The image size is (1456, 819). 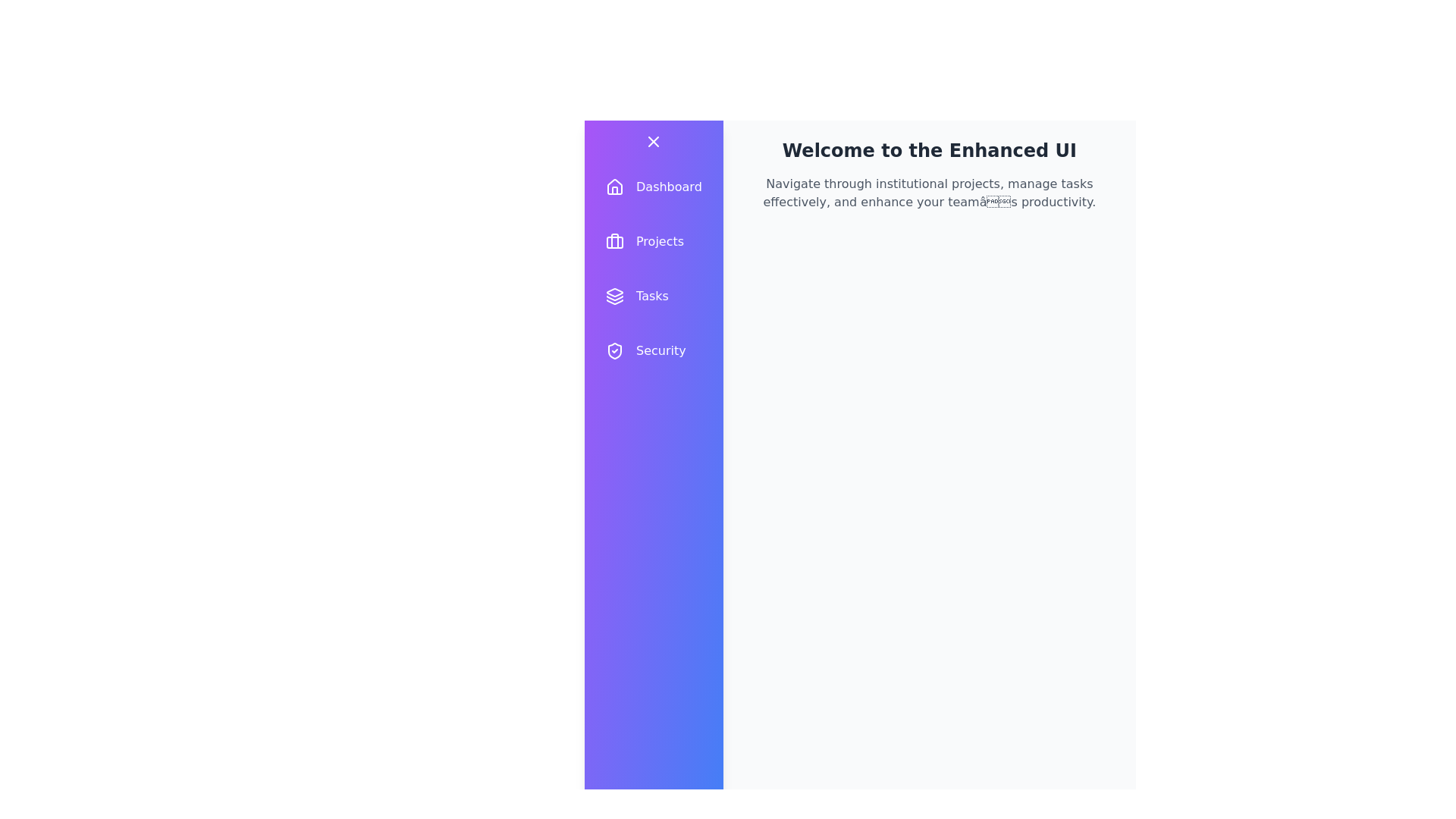 I want to click on the second button in the left-hand vertical navigation menu, so click(x=654, y=241).